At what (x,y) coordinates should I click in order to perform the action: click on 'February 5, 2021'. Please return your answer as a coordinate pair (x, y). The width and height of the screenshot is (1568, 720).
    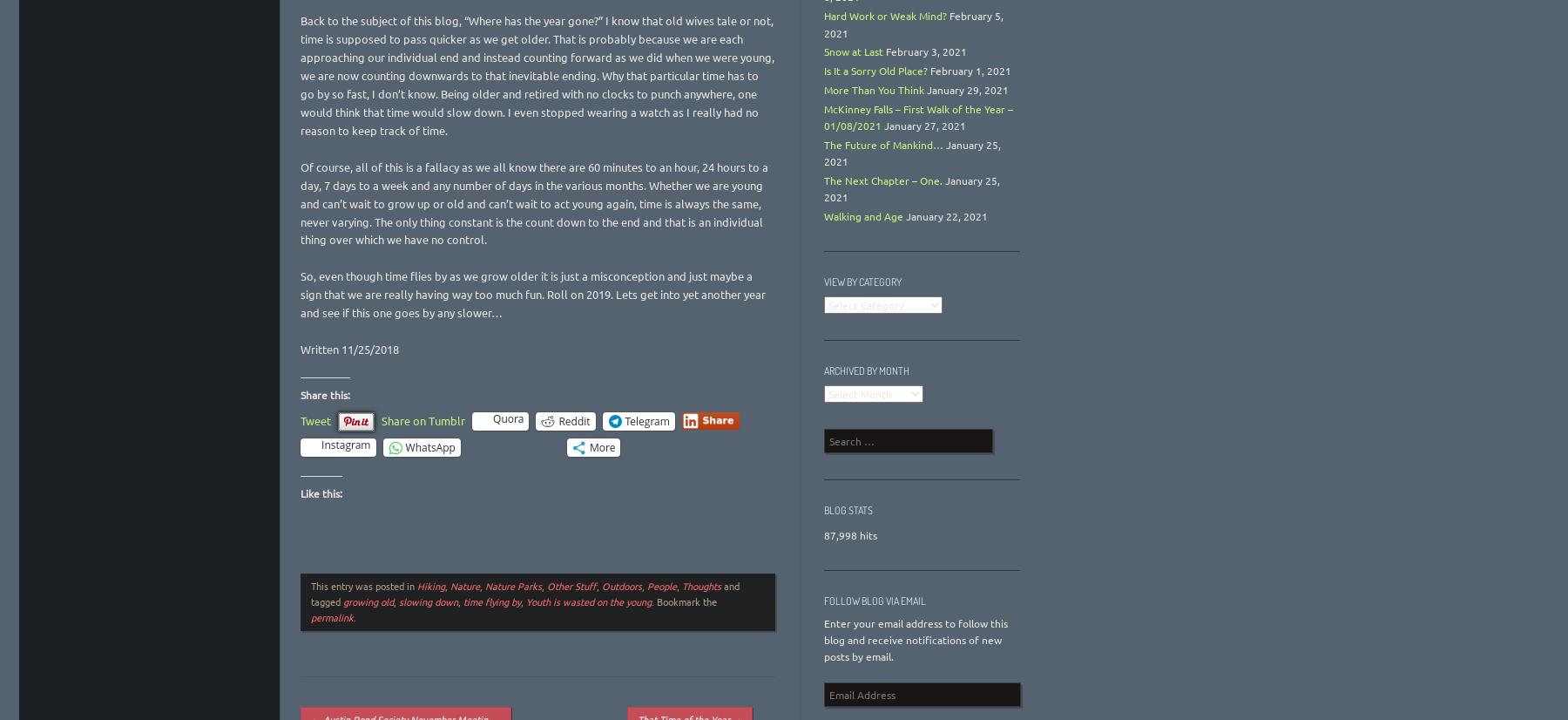
    Looking at the image, I should click on (914, 24).